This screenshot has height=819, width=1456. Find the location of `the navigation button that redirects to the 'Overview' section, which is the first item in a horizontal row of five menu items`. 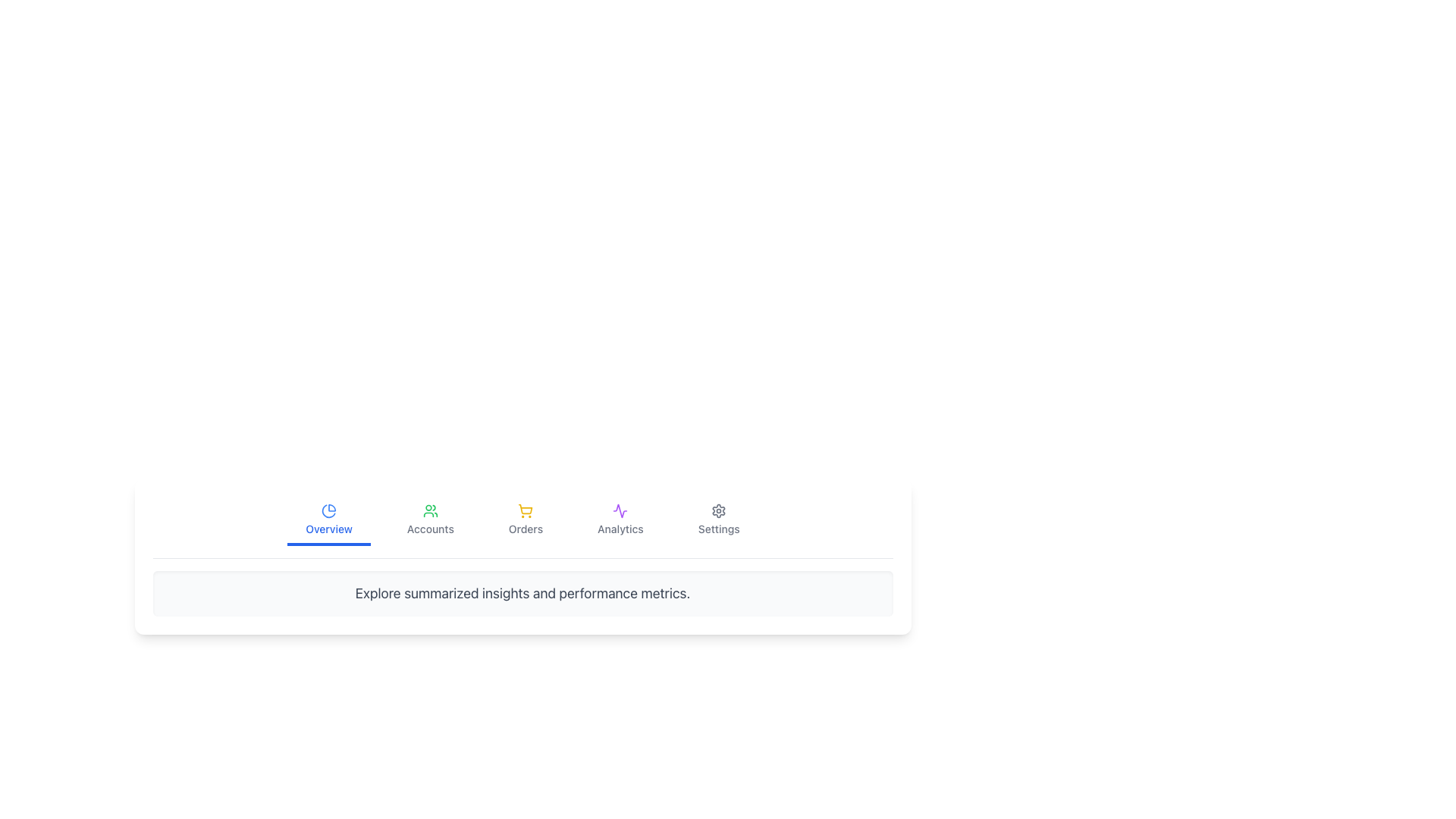

the navigation button that redirects to the 'Overview' section, which is the first item in a horizontal row of five menu items is located at coordinates (328, 520).